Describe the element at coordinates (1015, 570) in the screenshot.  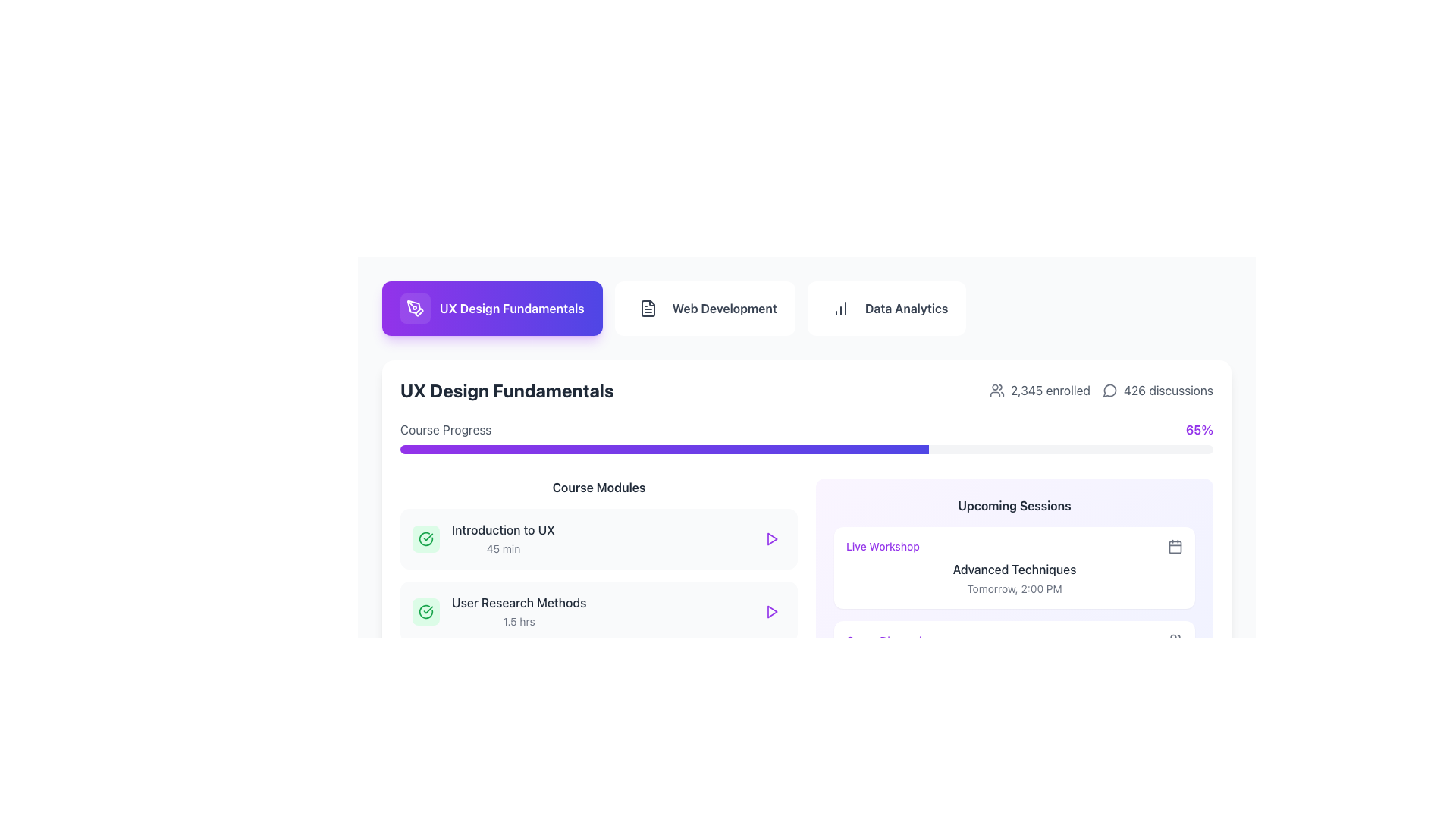
I see `the title text of the event or module located in the 'Upcoming Sessions' section, which is positioned second among its sibling components, below 'Live Workshop' and above 'Tomorrow, 2:00 PM'` at that location.